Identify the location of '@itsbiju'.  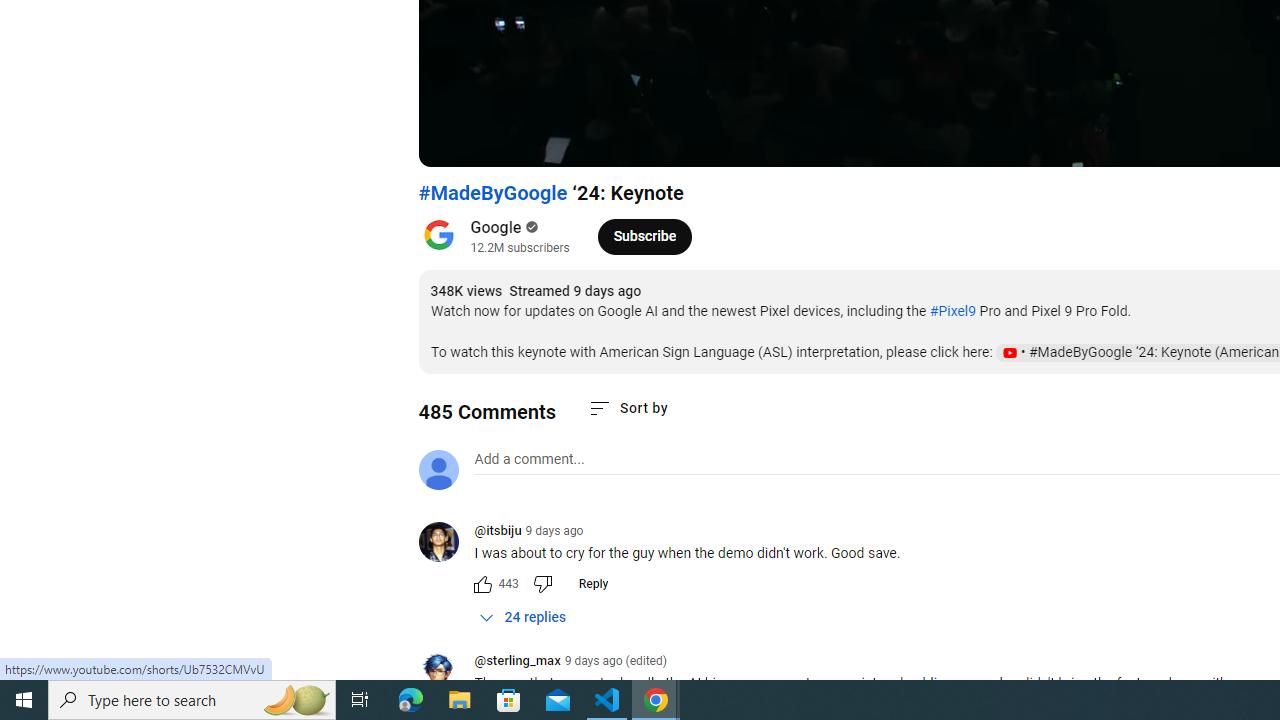
(497, 531).